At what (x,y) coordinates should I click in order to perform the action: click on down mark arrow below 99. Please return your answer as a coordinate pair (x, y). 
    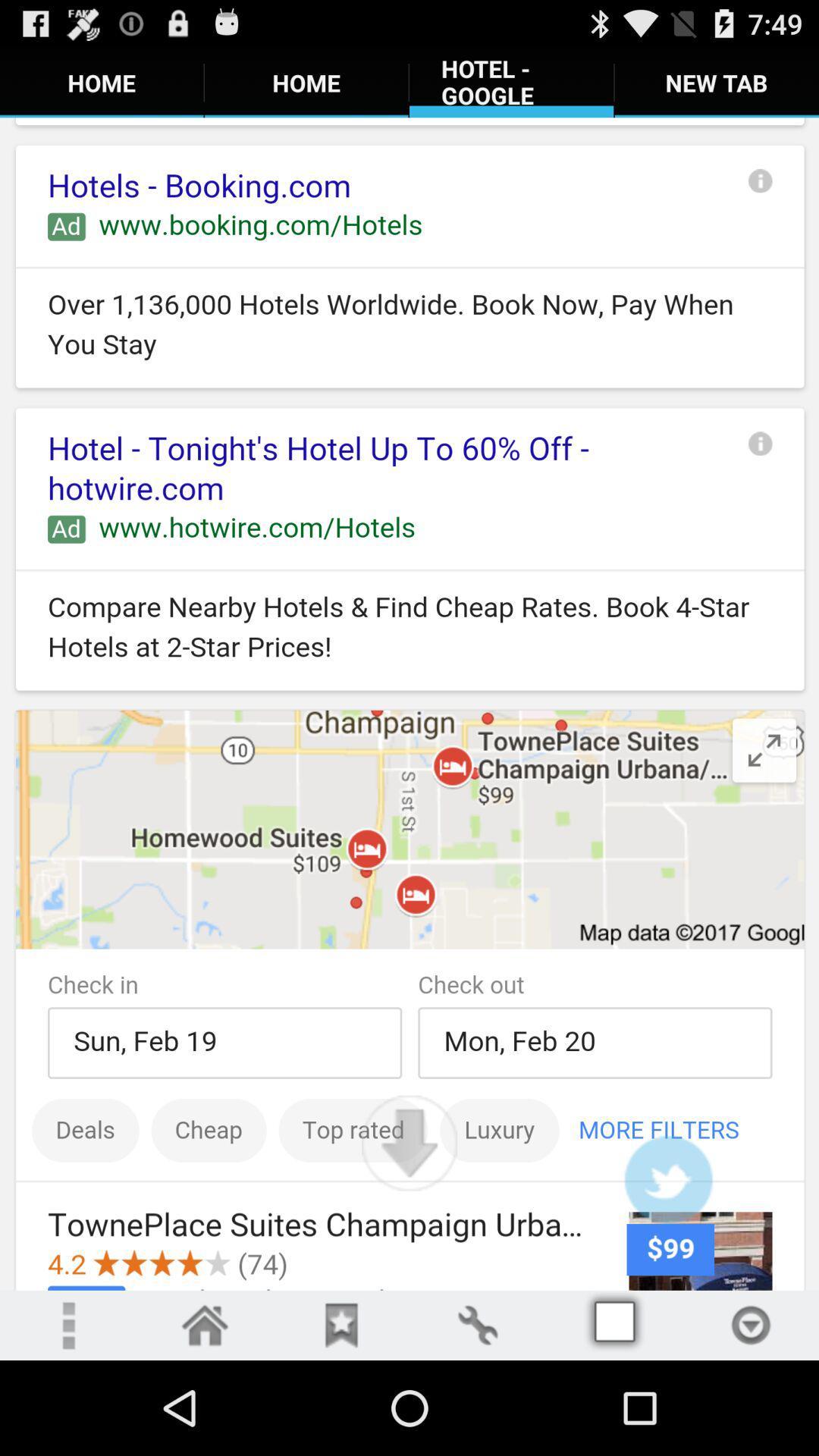
    Looking at the image, I should click on (751, 1324).